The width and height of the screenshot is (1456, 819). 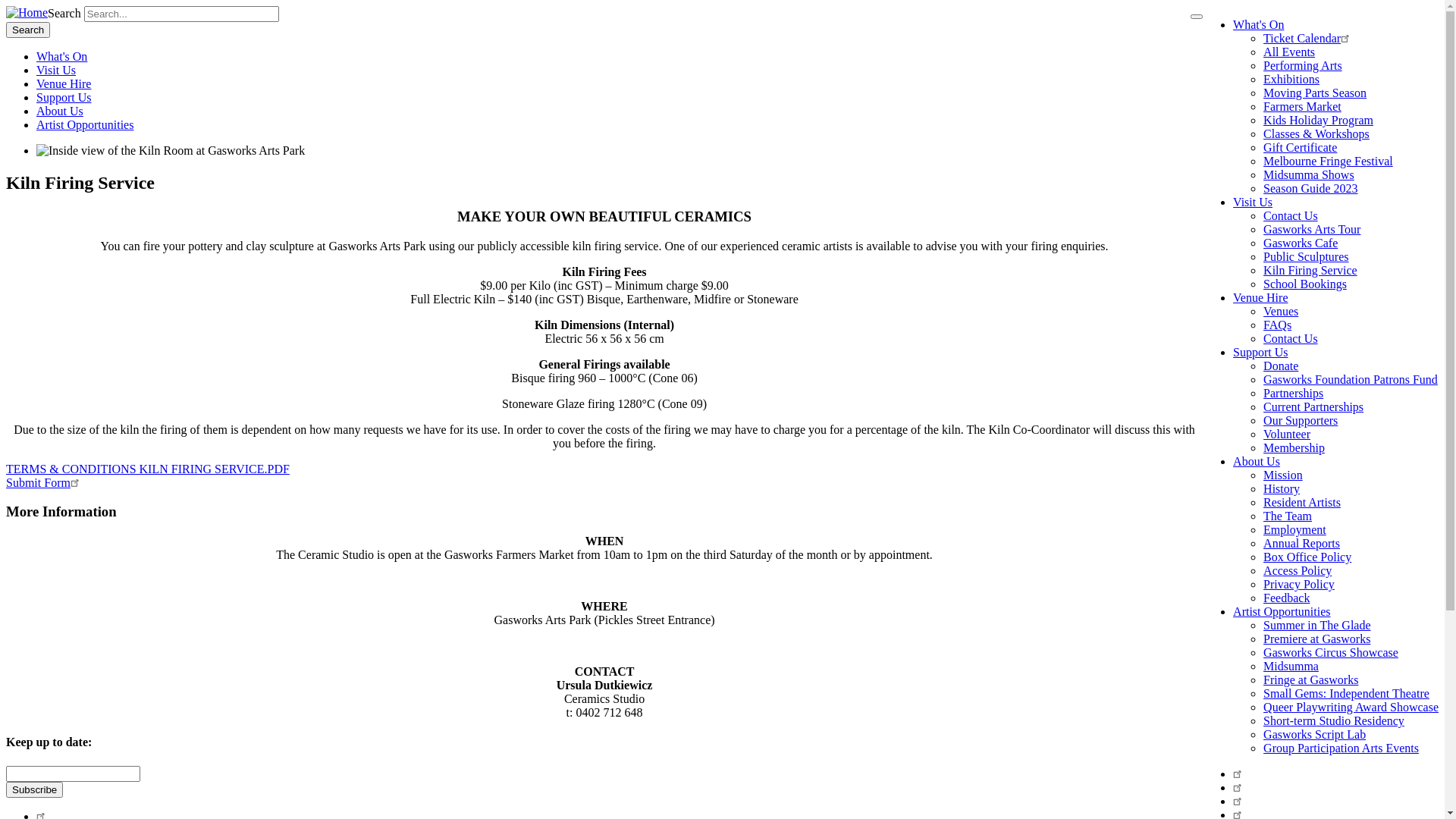 What do you see at coordinates (1288, 51) in the screenshot?
I see `'All Events'` at bounding box center [1288, 51].